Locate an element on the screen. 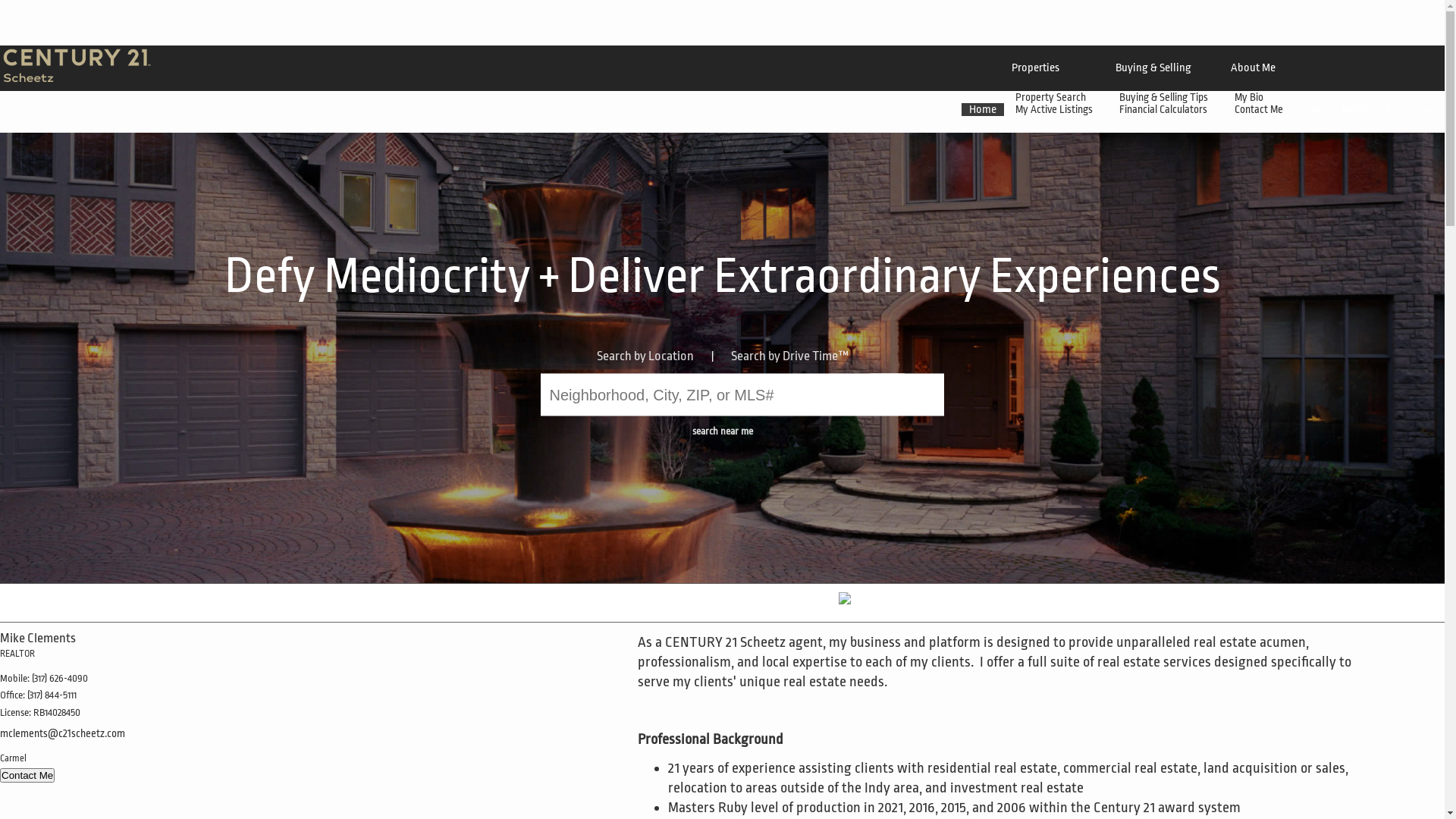  'Contact Me' is located at coordinates (27, 775).